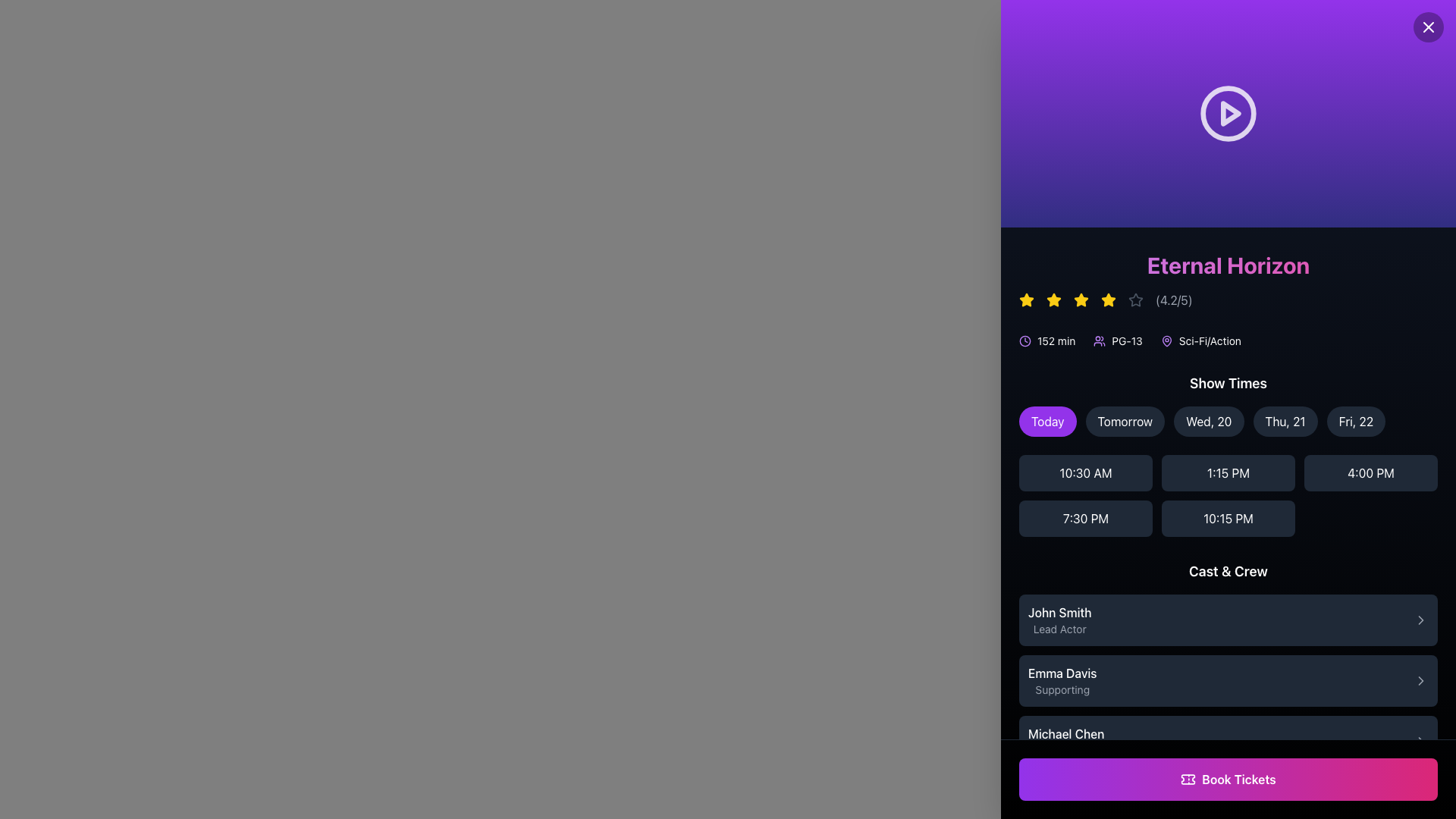  Describe the element at coordinates (1059, 620) in the screenshot. I see `the 'Cast & Crew' section's first item, which displays the title and role of the cast member` at that location.